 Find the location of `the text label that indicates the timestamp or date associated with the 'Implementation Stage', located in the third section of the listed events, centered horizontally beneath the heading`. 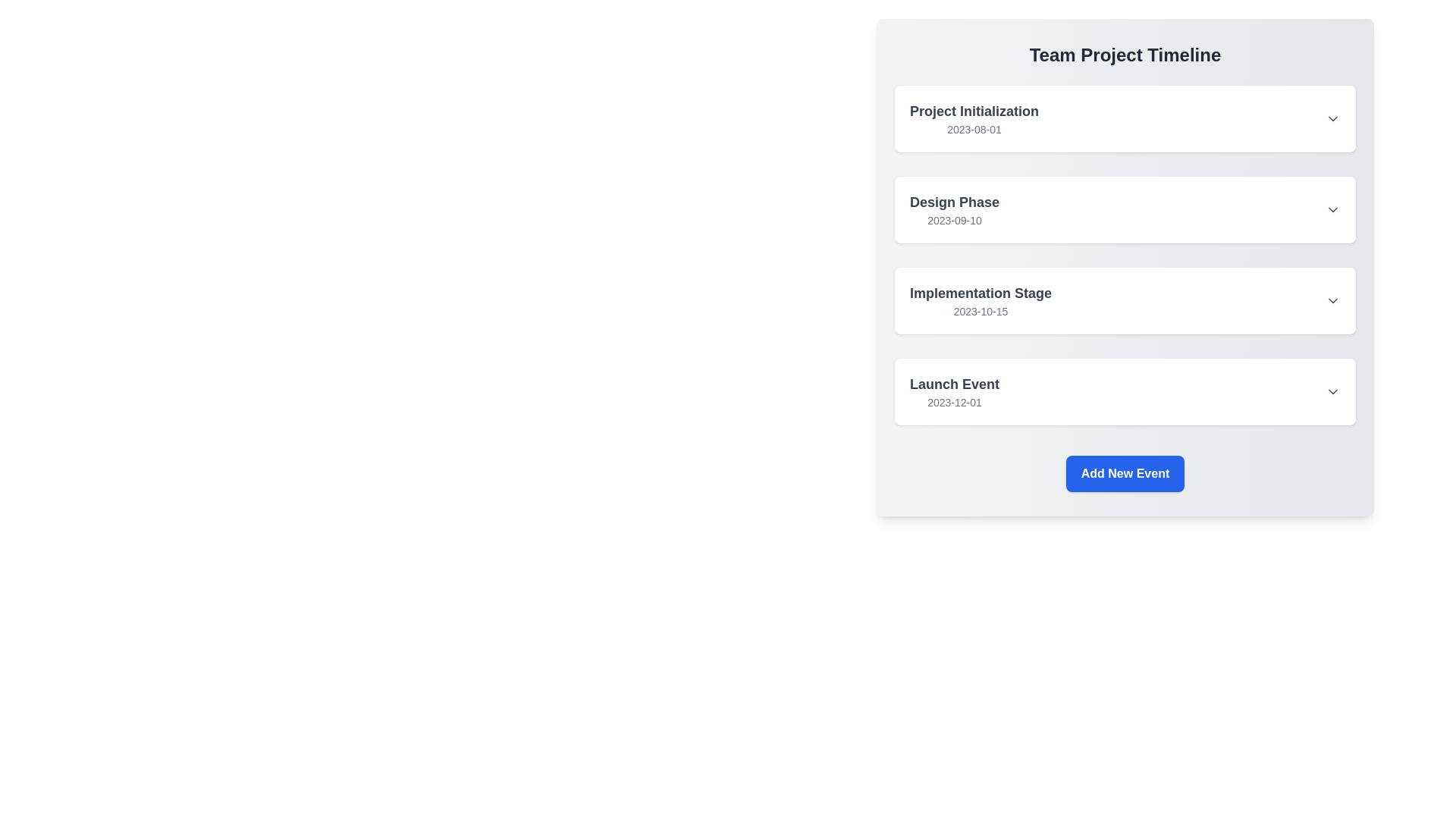

the text label that indicates the timestamp or date associated with the 'Implementation Stage', located in the third section of the listed events, centered horizontally beneath the heading is located at coordinates (981, 311).